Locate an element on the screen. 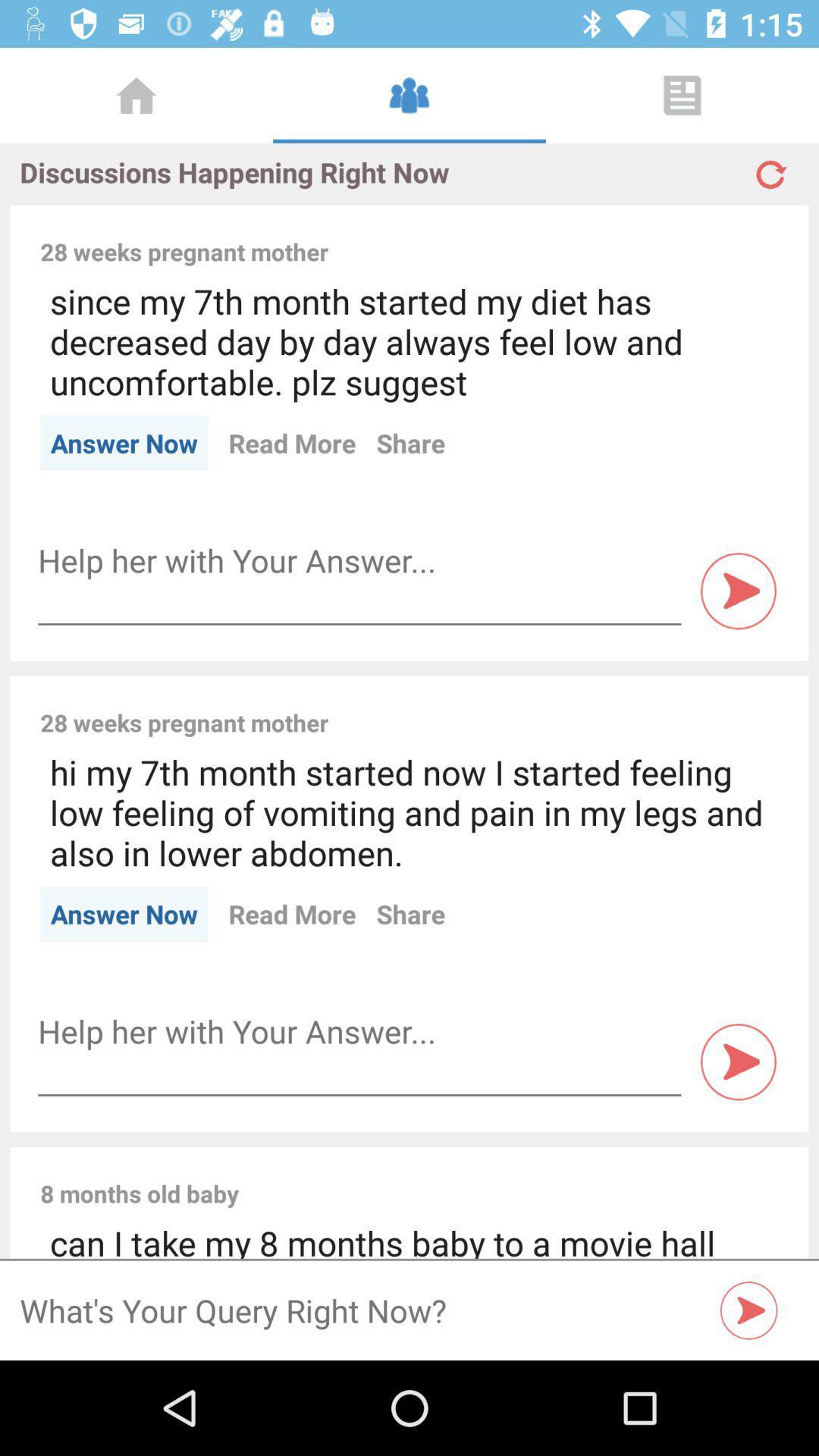 The height and width of the screenshot is (1456, 819). the icon below discussions happening right is located at coordinates (563, 234).